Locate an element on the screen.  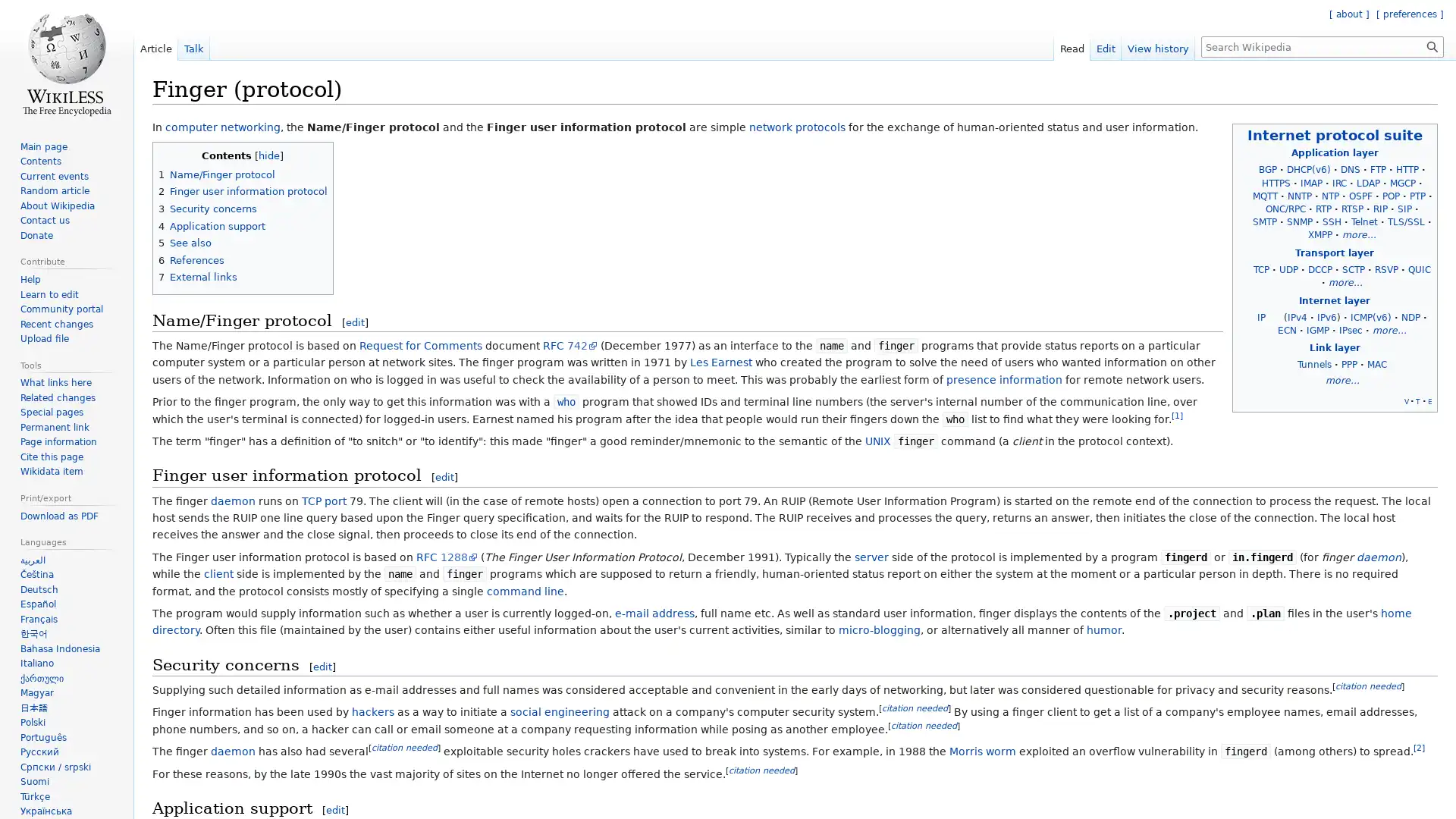
Search is located at coordinates (1432, 45).